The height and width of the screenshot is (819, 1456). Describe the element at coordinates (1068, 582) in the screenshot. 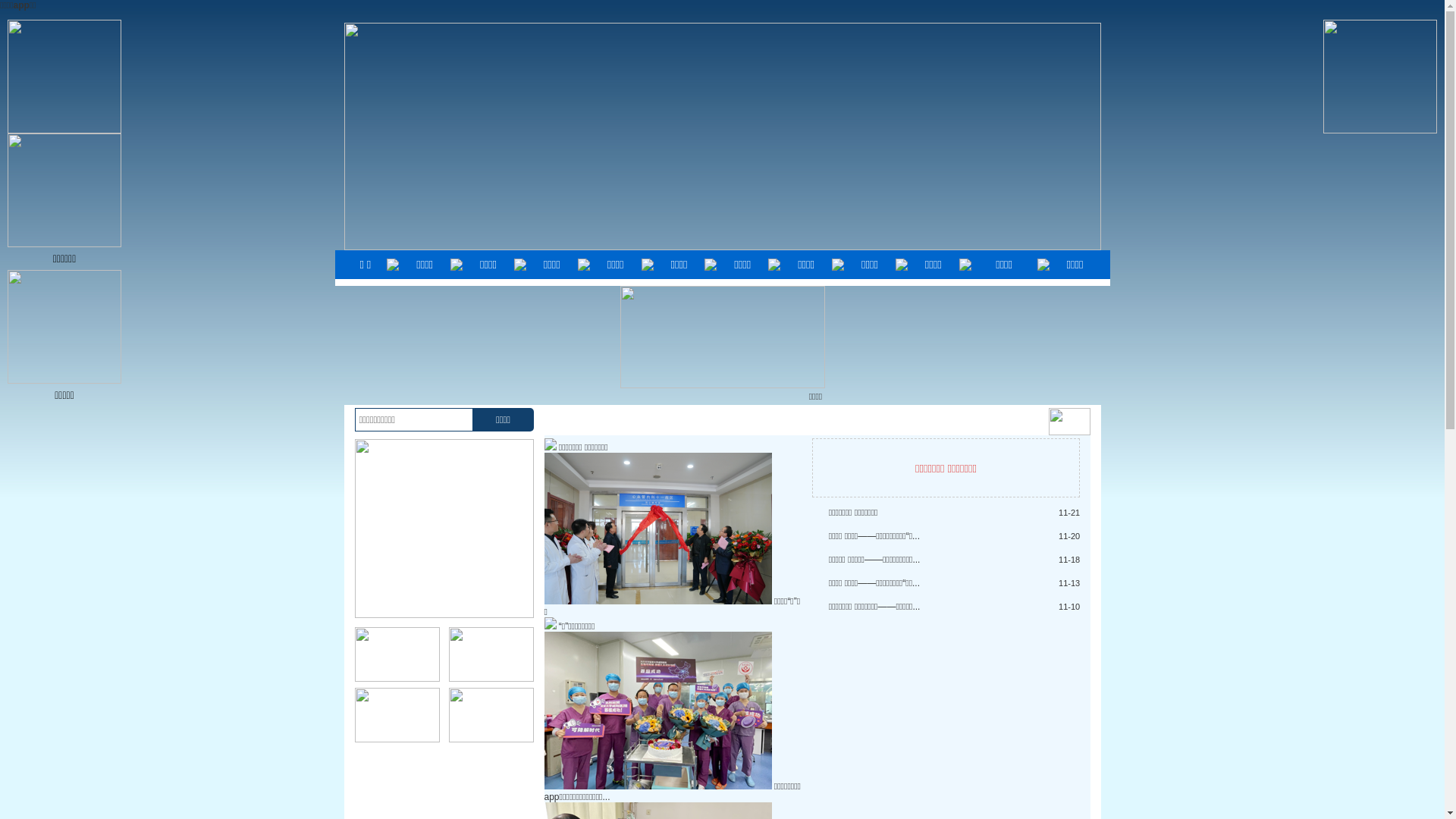

I see `'11-13'` at that location.